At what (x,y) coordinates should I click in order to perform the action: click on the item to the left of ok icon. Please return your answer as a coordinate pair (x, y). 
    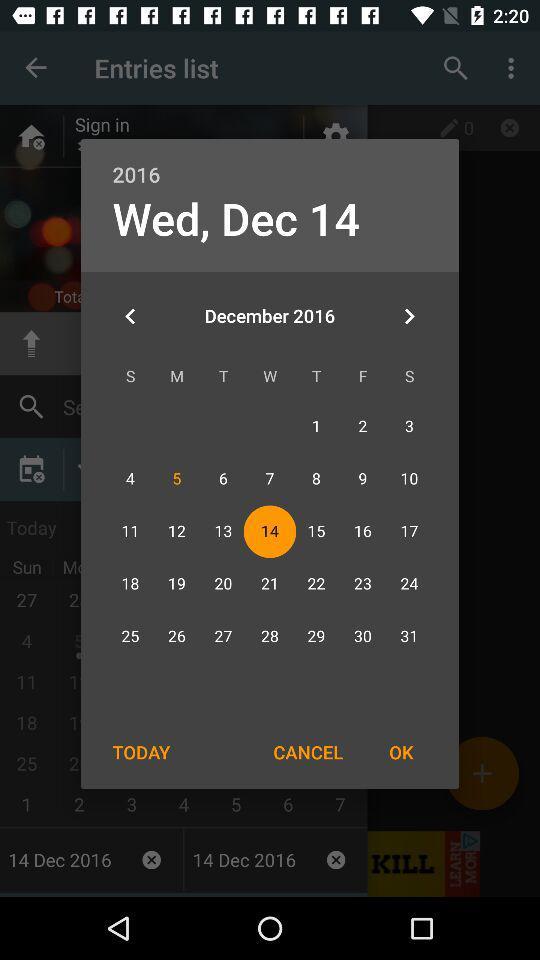
    Looking at the image, I should click on (308, 751).